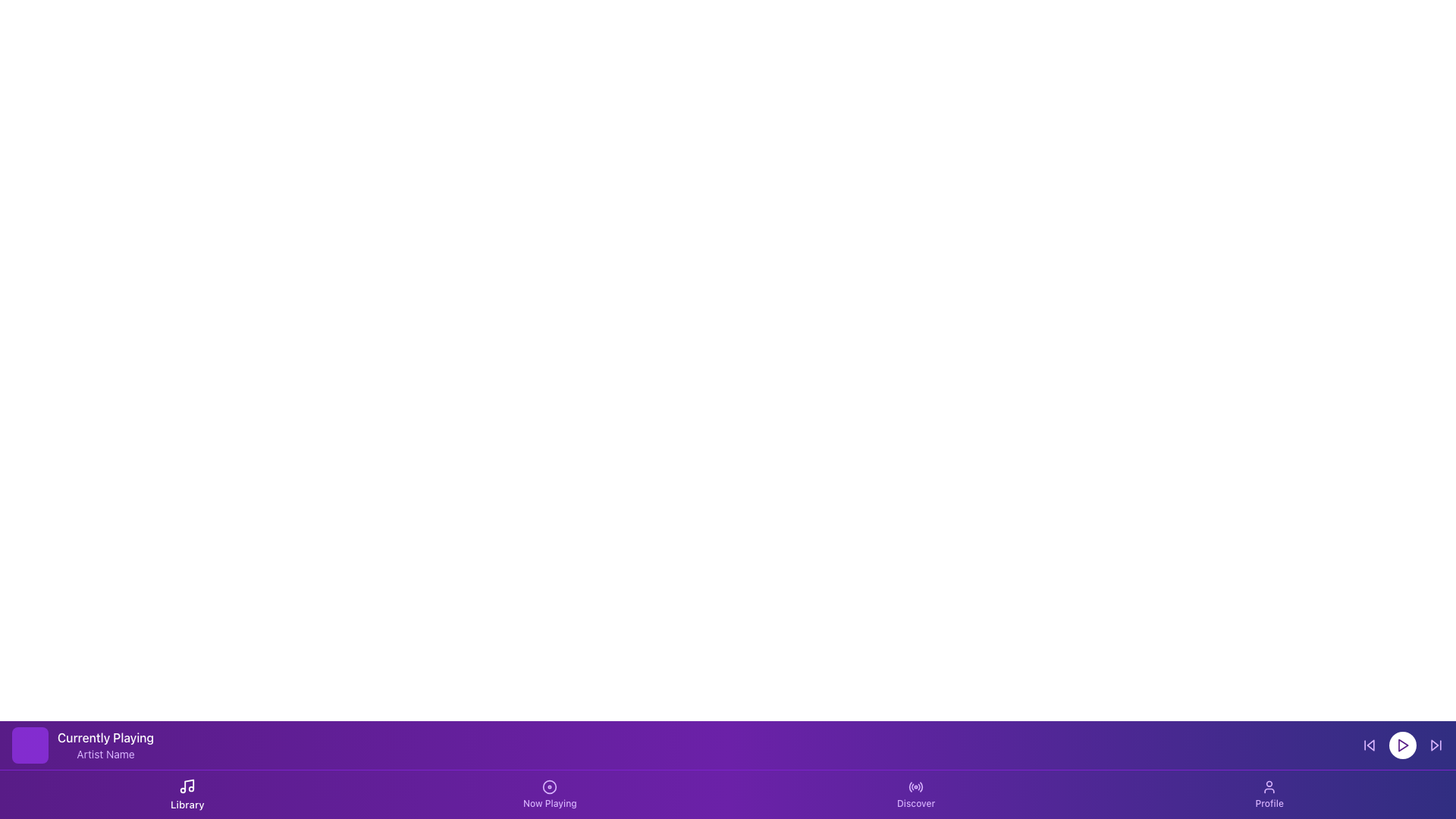  Describe the element at coordinates (915, 794) in the screenshot. I see `the 'Discover' navigation button located in the bottom horizontal navigation bar, which is the third button from the left` at that location.